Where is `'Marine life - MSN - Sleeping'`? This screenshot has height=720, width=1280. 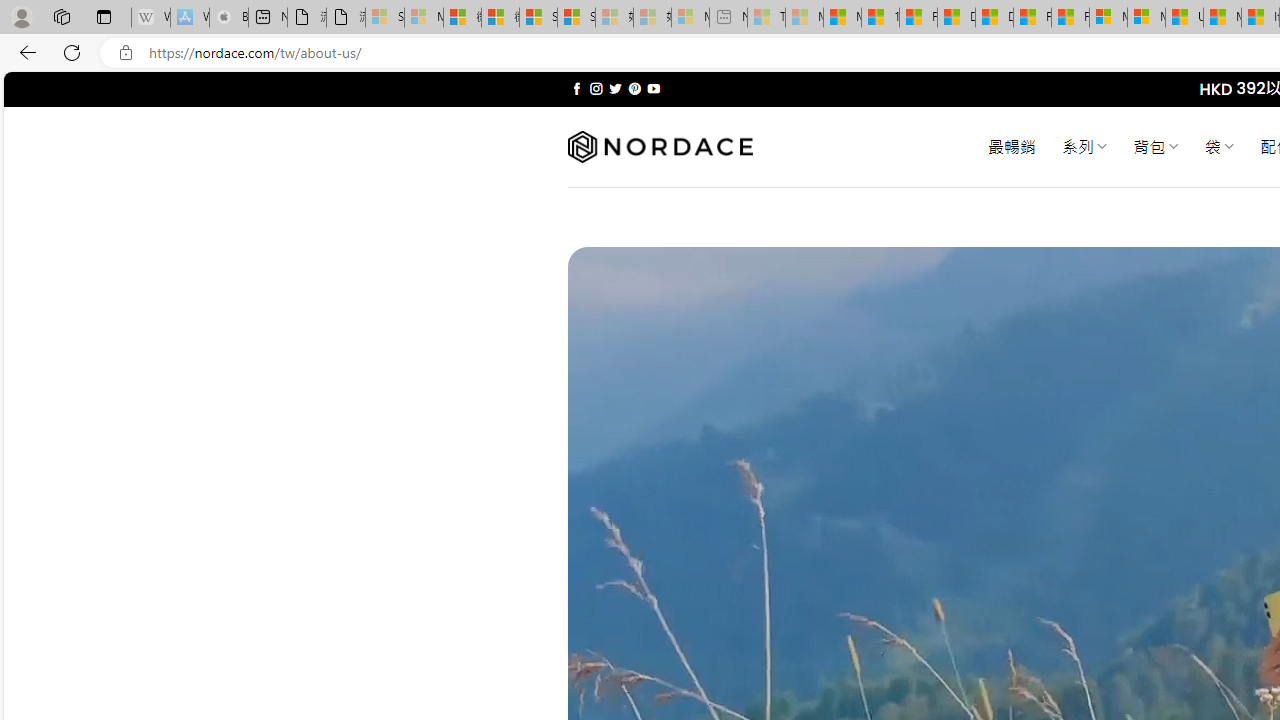 'Marine life - MSN - Sleeping' is located at coordinates (804, 17).